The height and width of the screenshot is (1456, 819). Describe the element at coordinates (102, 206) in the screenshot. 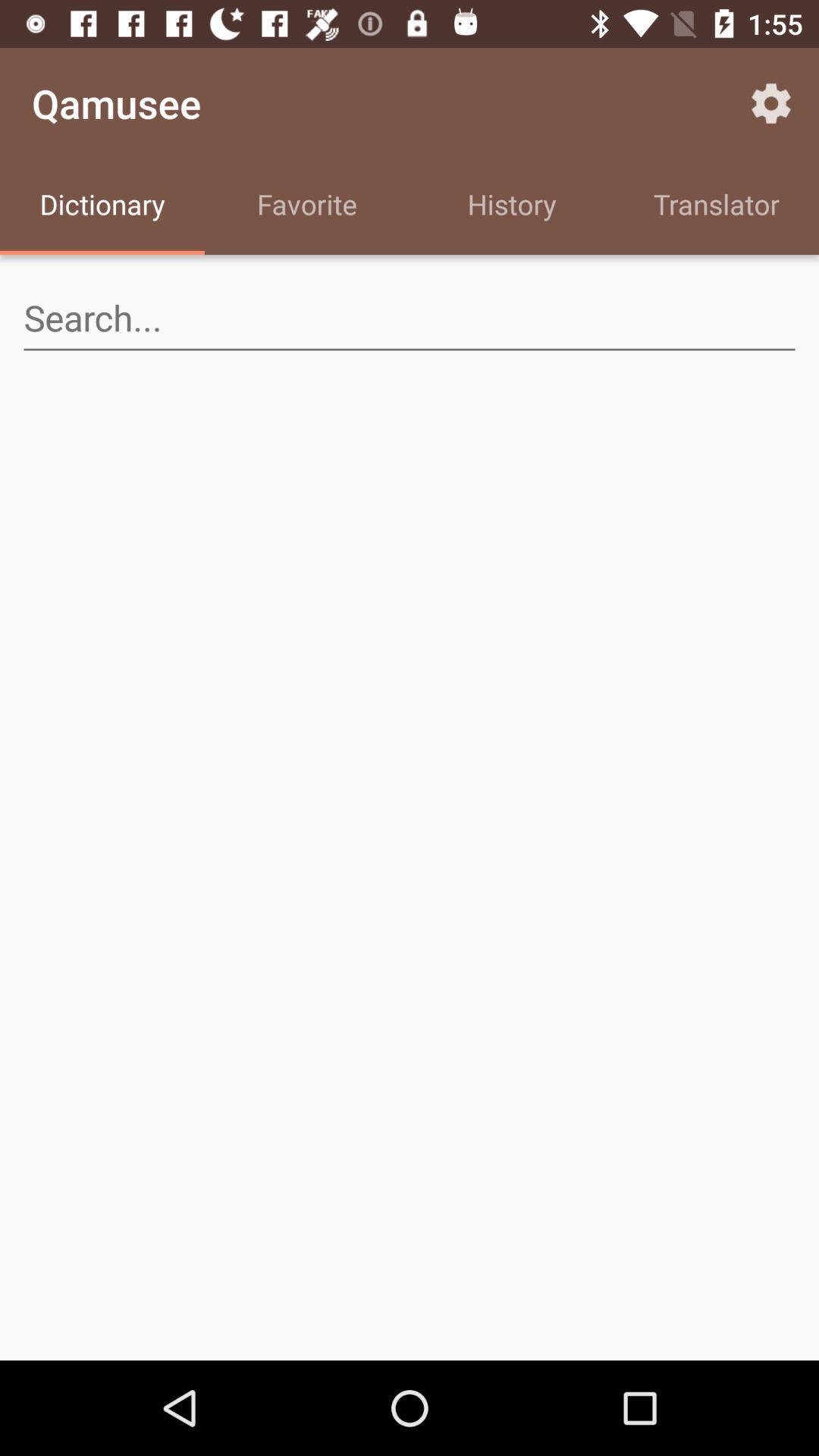

I see `the icon to the left of the favorite` at that location.